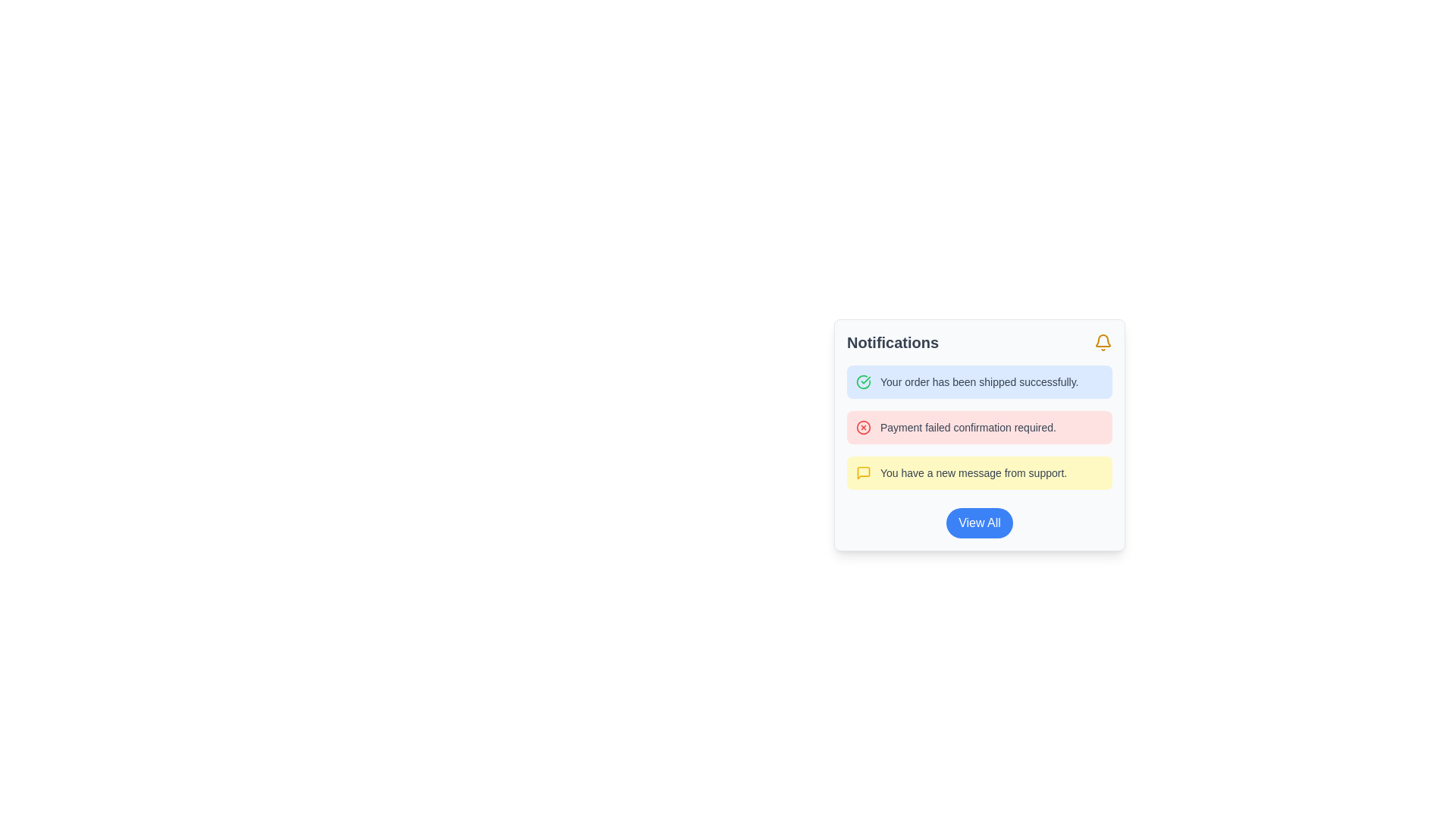 The image size is (1456, 819). I want to click on the notification bell icon located in the top-right corner of the notification panel next to the title 'Notifications.', so click(1103, 340).